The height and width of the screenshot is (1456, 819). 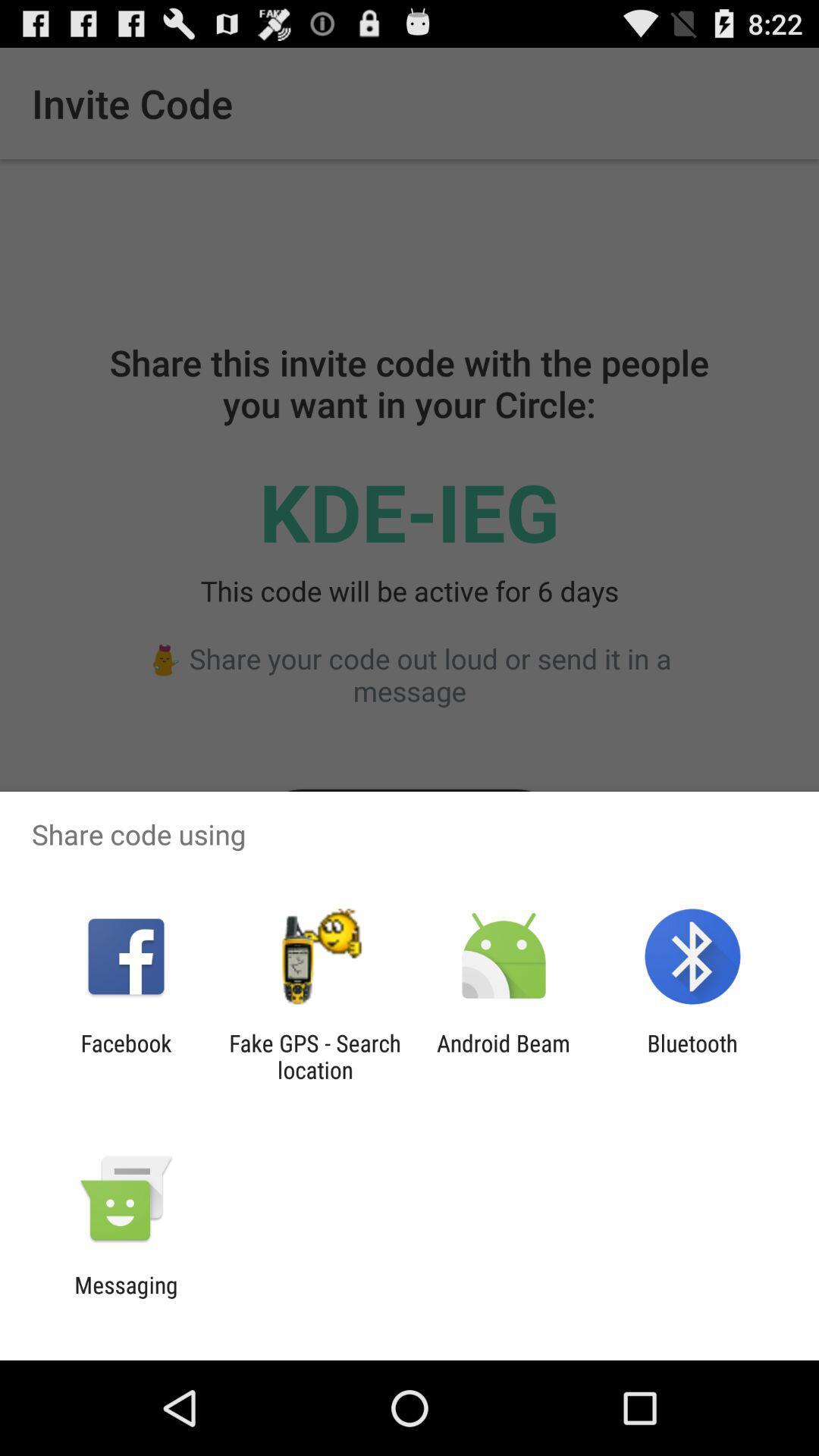 I want to click on app at the bottom right corner, so click(x=692, y=1056).